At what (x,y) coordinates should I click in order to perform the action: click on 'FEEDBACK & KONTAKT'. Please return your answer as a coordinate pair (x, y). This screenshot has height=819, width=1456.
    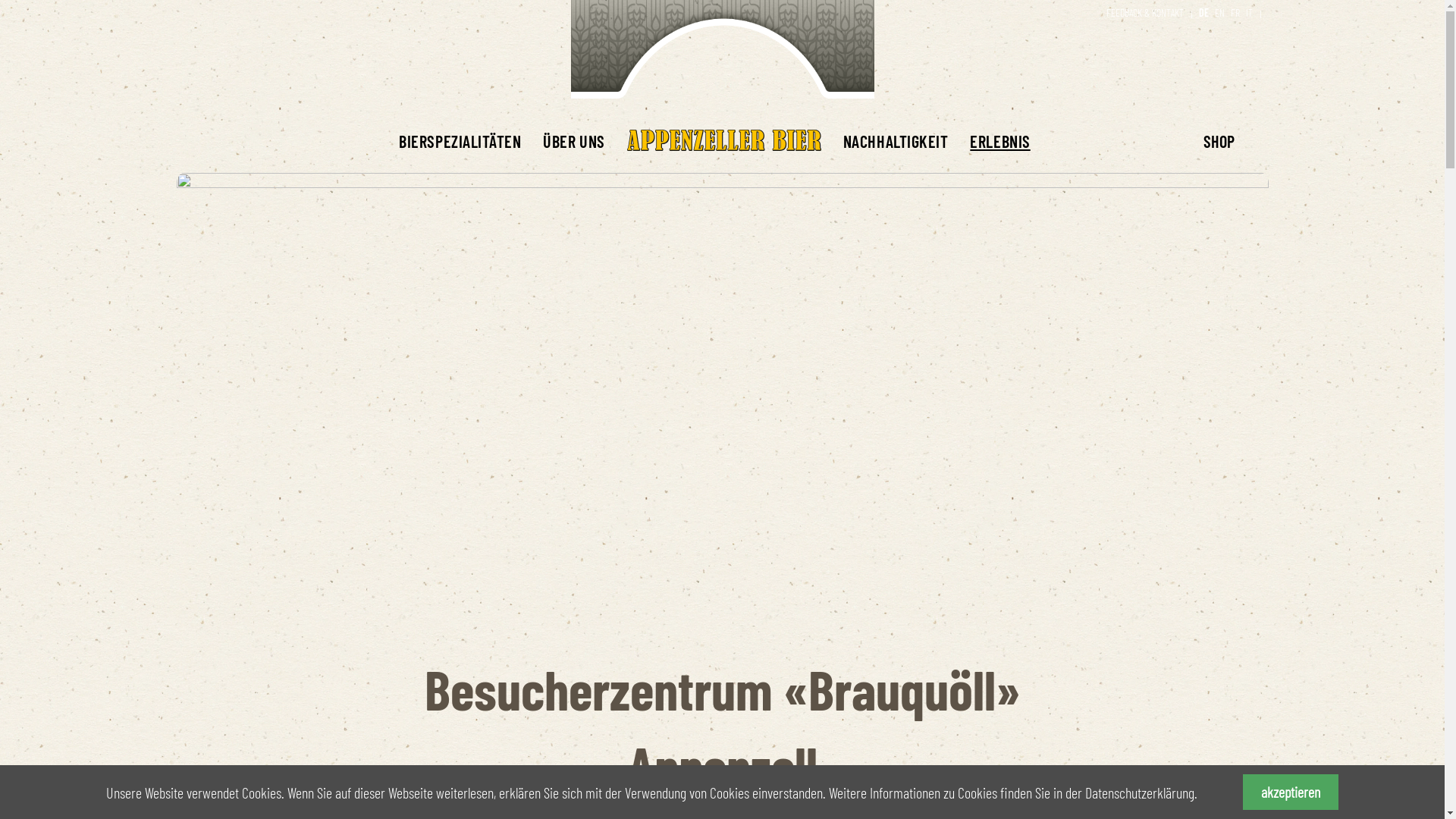
    Looking at the image, I should click on (1145, 12).